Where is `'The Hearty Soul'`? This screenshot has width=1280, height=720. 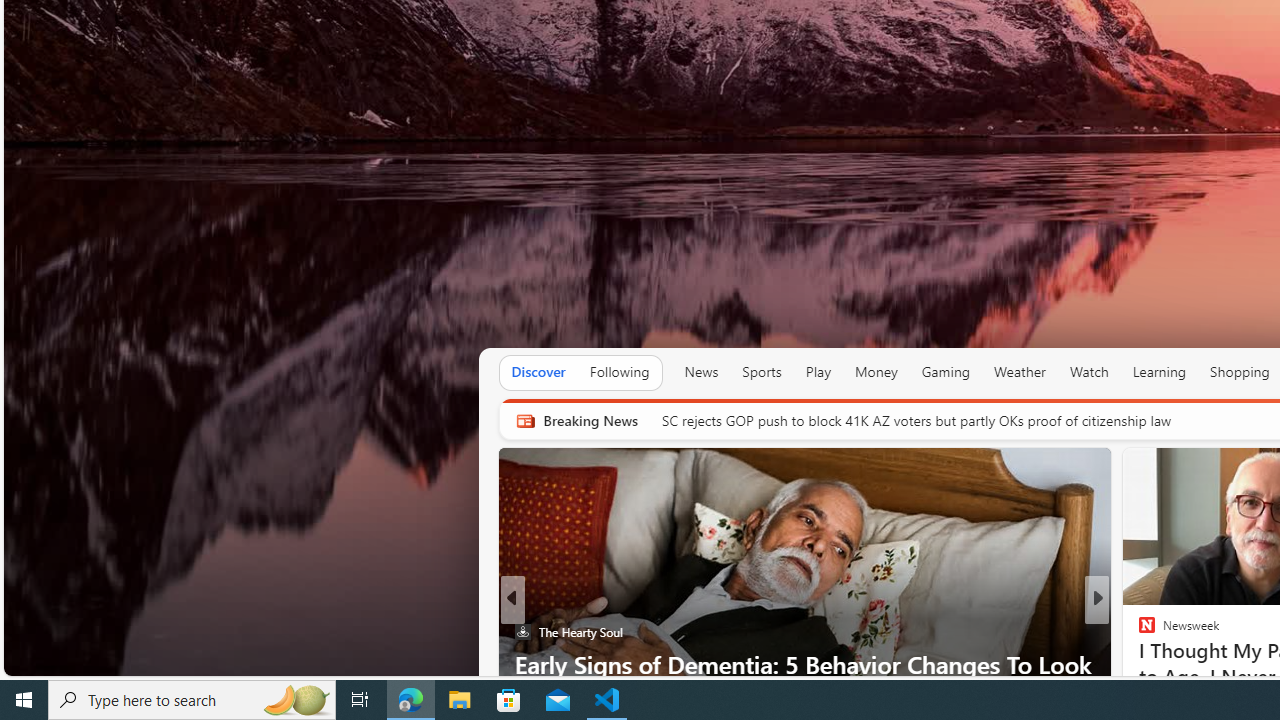
'The Hearty Soul' is located at coordinates (522, 632).